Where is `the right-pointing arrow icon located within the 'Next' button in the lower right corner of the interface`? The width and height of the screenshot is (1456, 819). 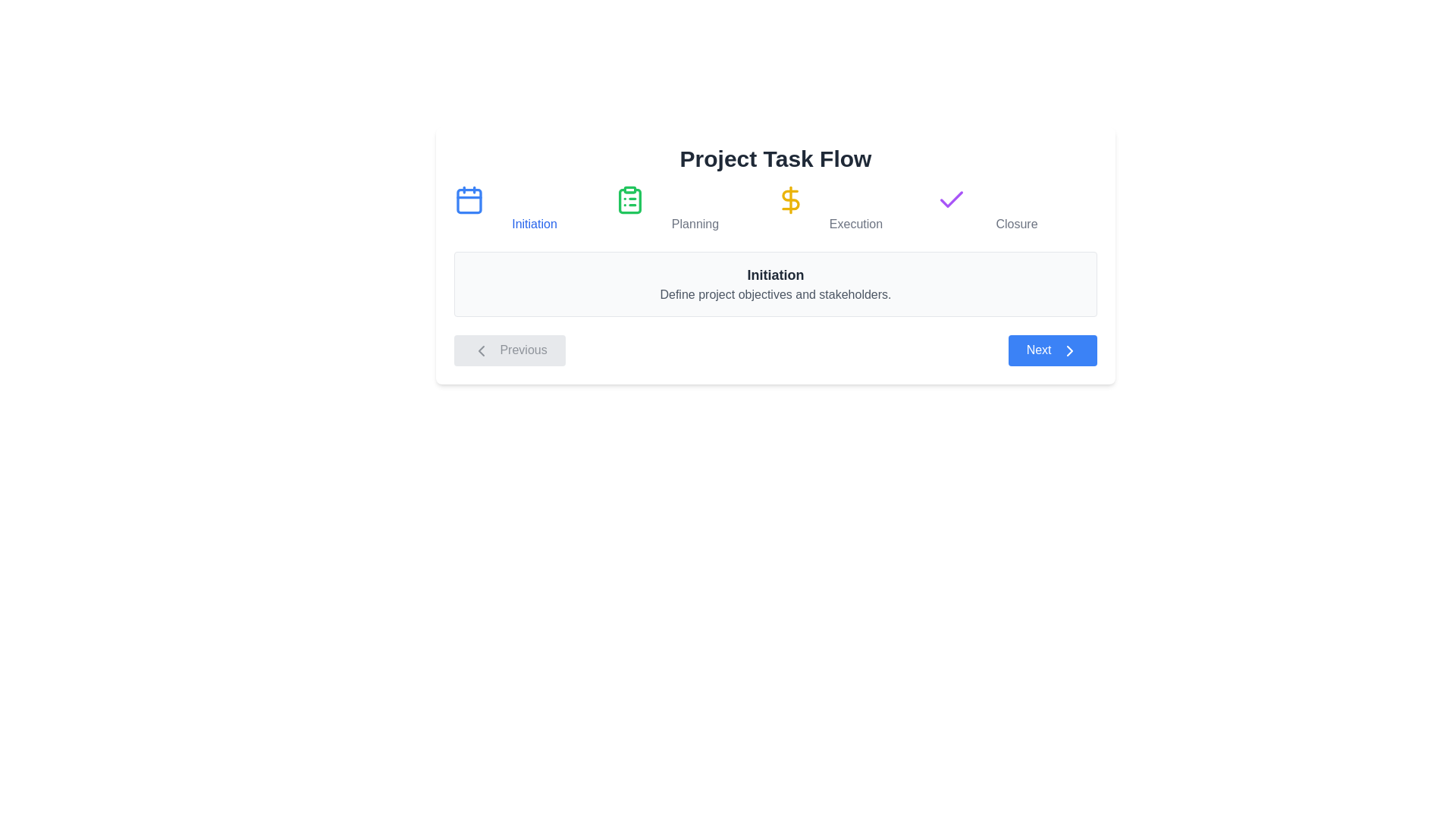
the right-pointing arrow icon located within the 'Next' button in the lower right corner of the interface is located at coordinates (1069, 350).